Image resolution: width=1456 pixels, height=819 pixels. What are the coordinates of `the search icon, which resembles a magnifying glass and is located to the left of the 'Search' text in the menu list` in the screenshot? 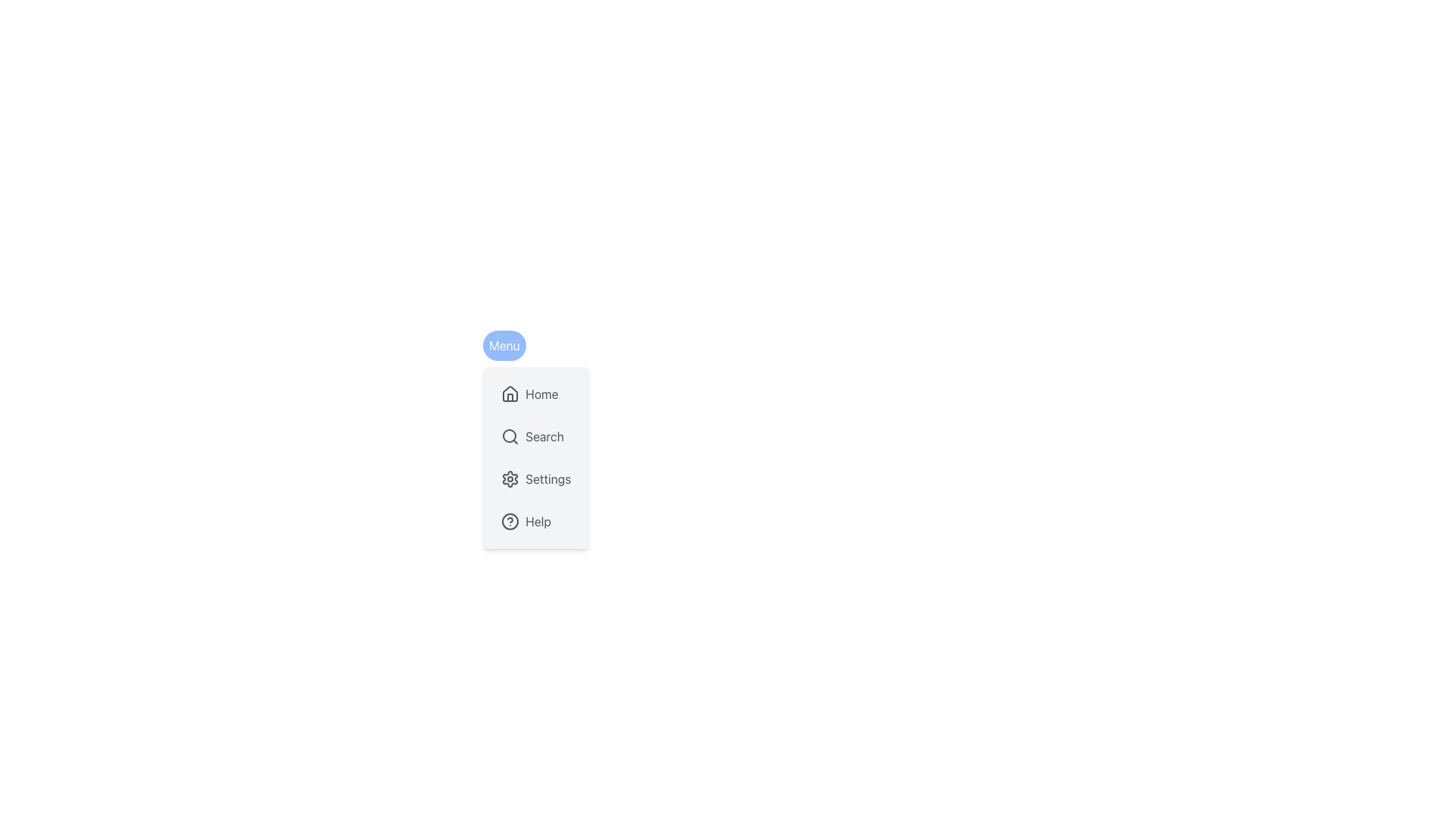 It's located at (510, 436).